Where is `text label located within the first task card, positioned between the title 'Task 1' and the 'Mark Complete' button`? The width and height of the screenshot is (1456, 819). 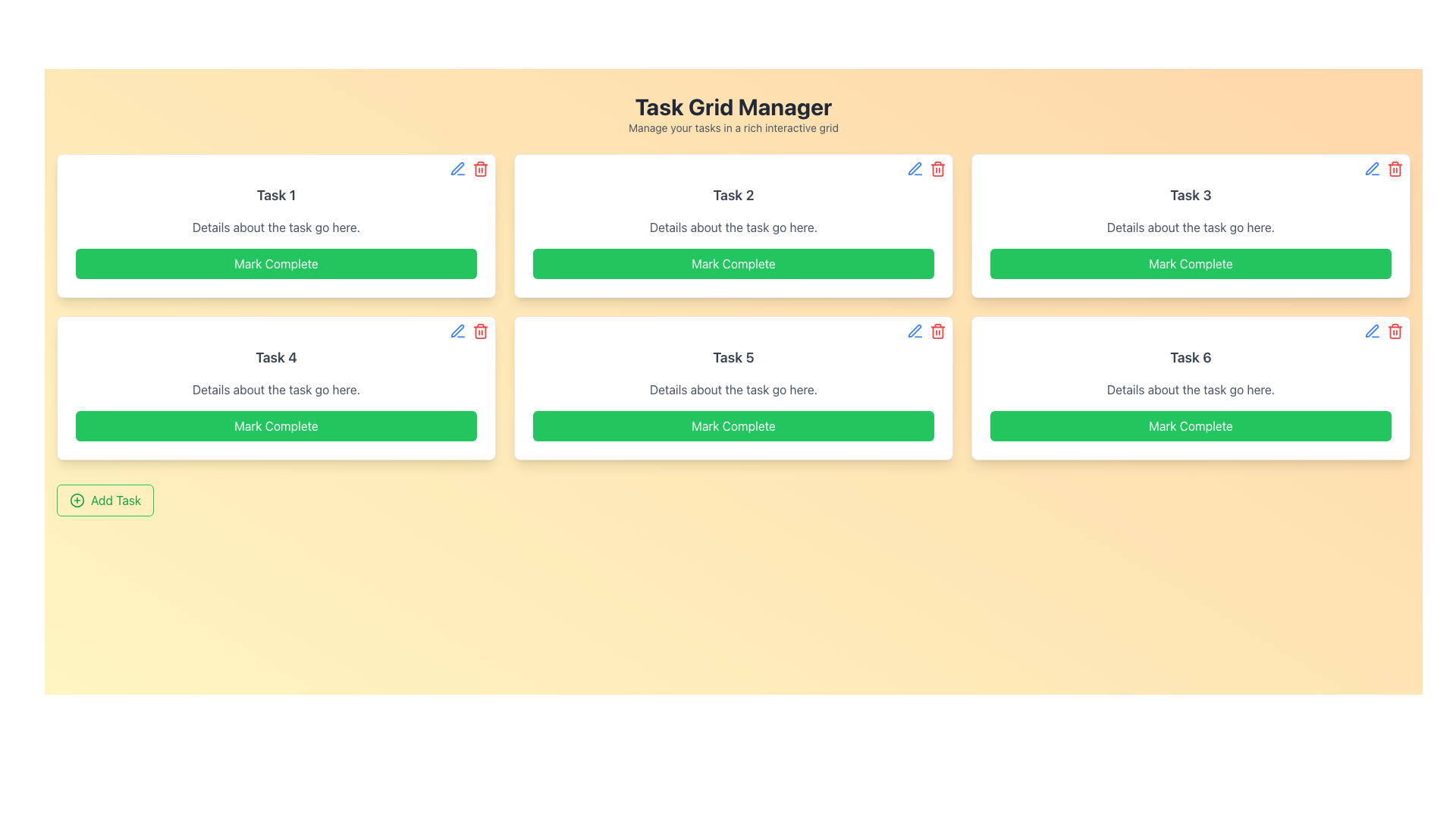 text label located within the first task card, positioned between the title 'Task 1' and the 'Mark Complete' button is located at coordinates (276, 227).